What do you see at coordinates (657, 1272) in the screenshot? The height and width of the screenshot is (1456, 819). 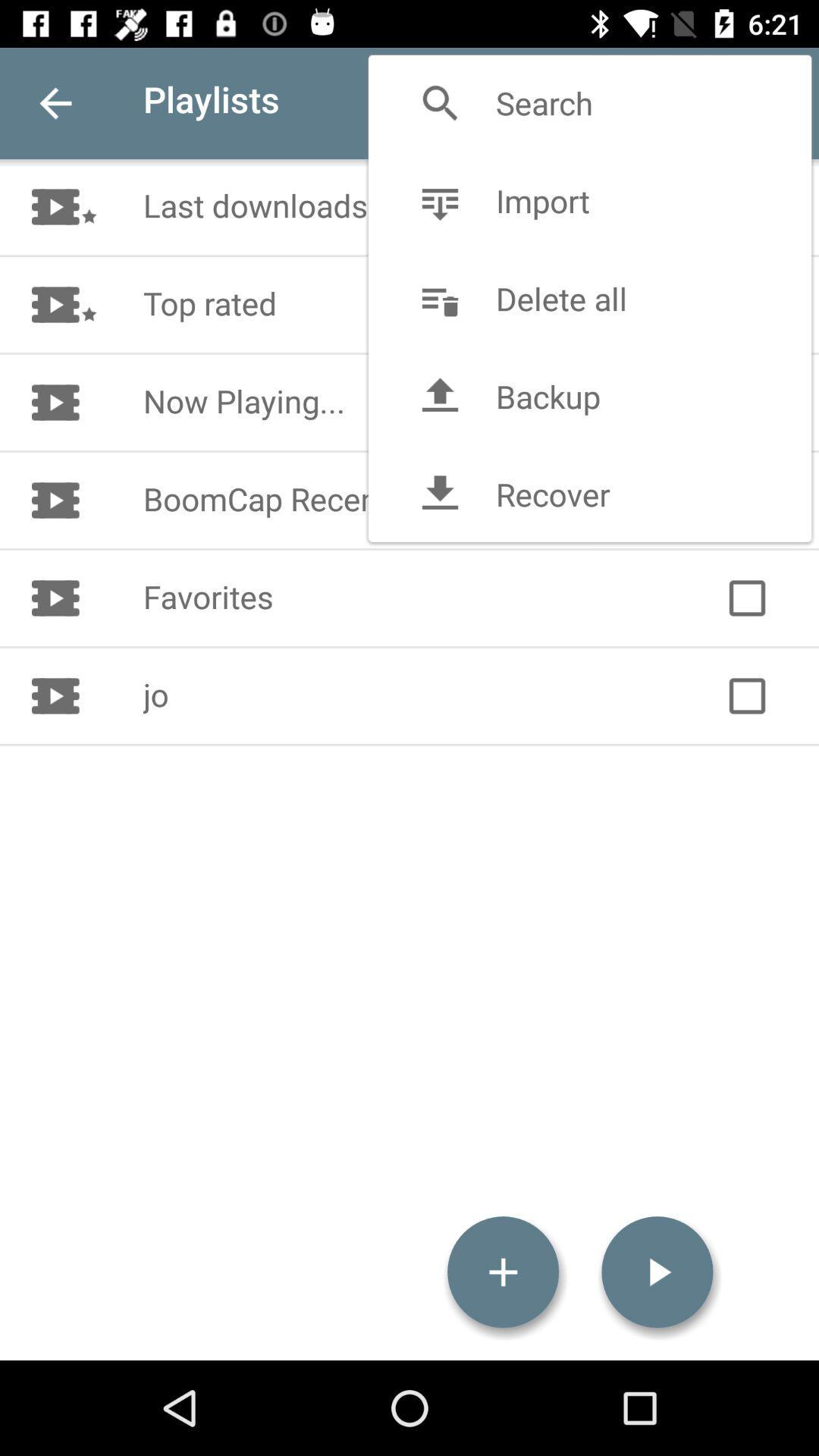 I see `the play icon` at bounding box center [657, 1272].